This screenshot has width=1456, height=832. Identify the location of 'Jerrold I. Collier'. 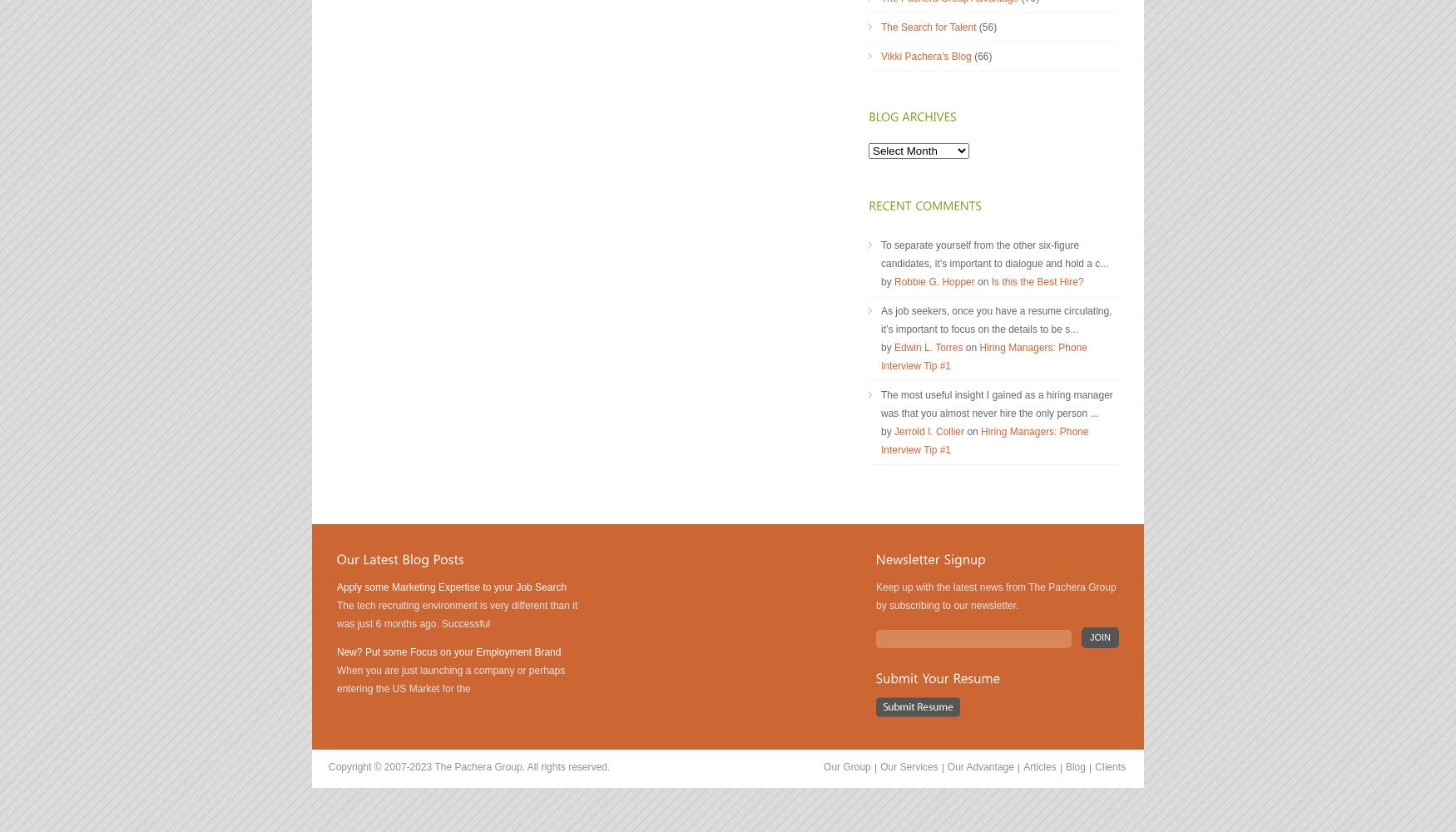
(929, 432).